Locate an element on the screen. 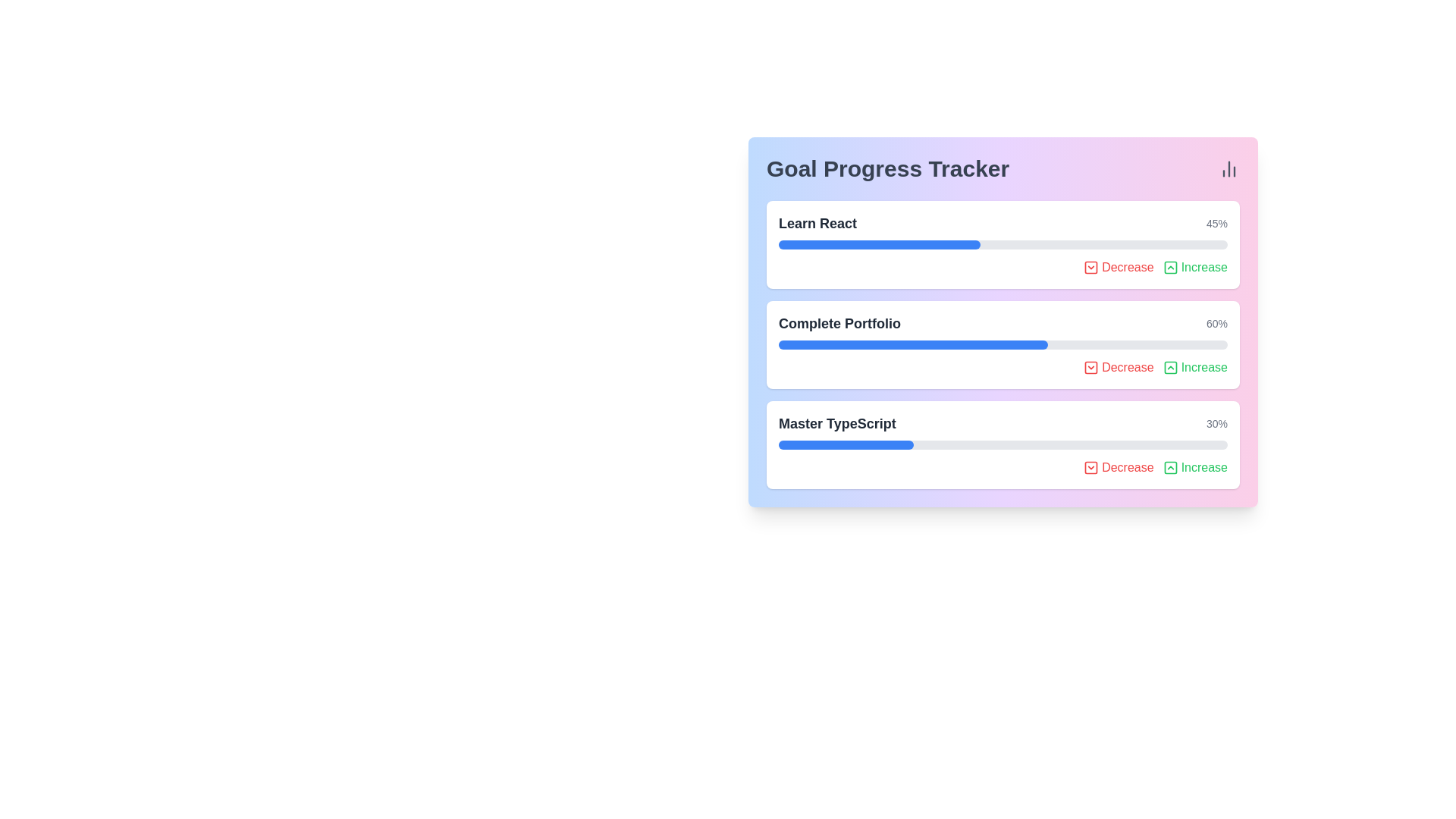  the small square icon with a downward chevron, styled with a red border and background, located within the 'Decrease' button of the 'Complete Portfolio' section in the Goal Progress Tracker interface is located at coordinates (1090, 368).